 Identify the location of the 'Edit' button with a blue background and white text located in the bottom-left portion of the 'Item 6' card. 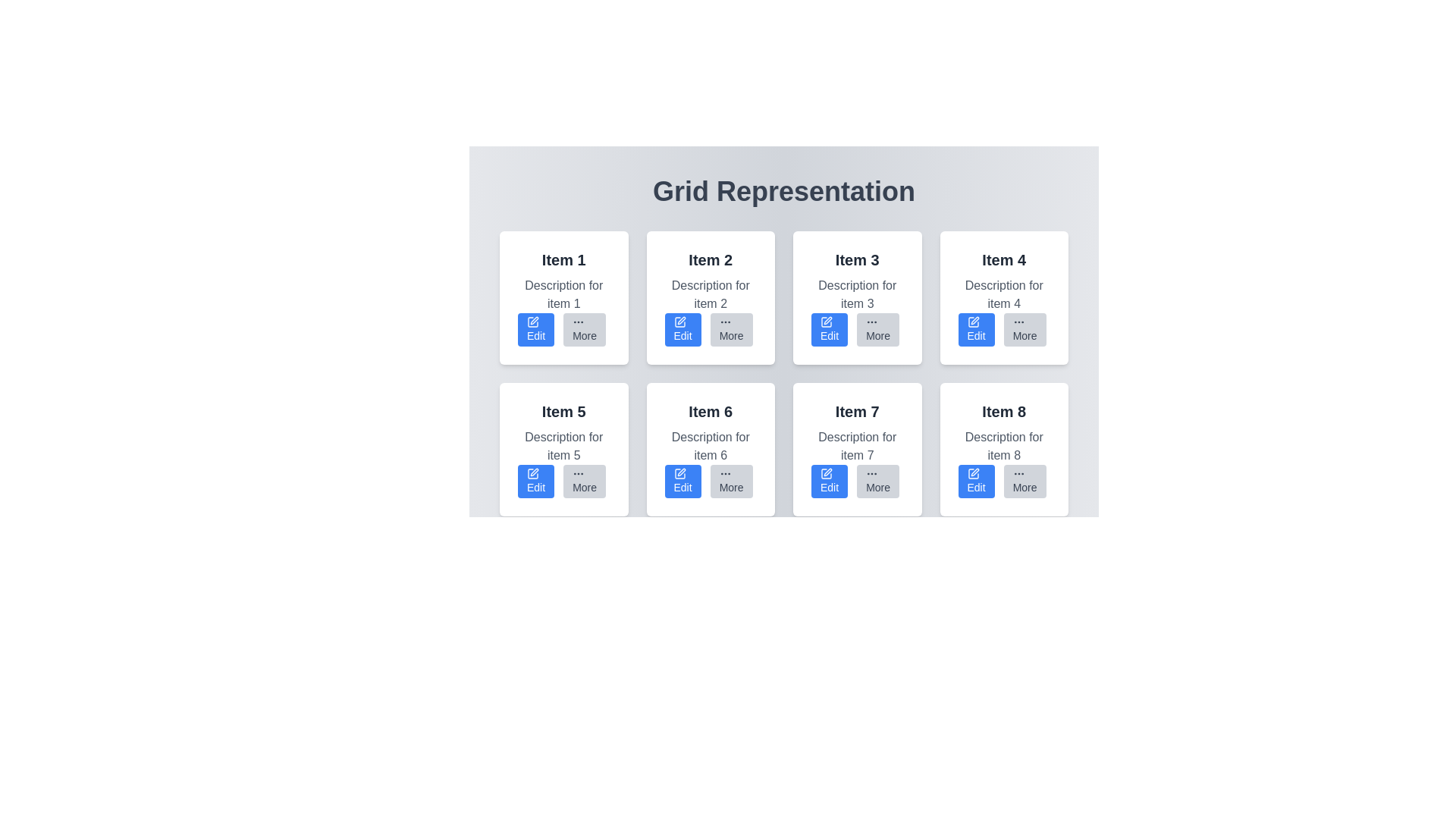
(682, 482).